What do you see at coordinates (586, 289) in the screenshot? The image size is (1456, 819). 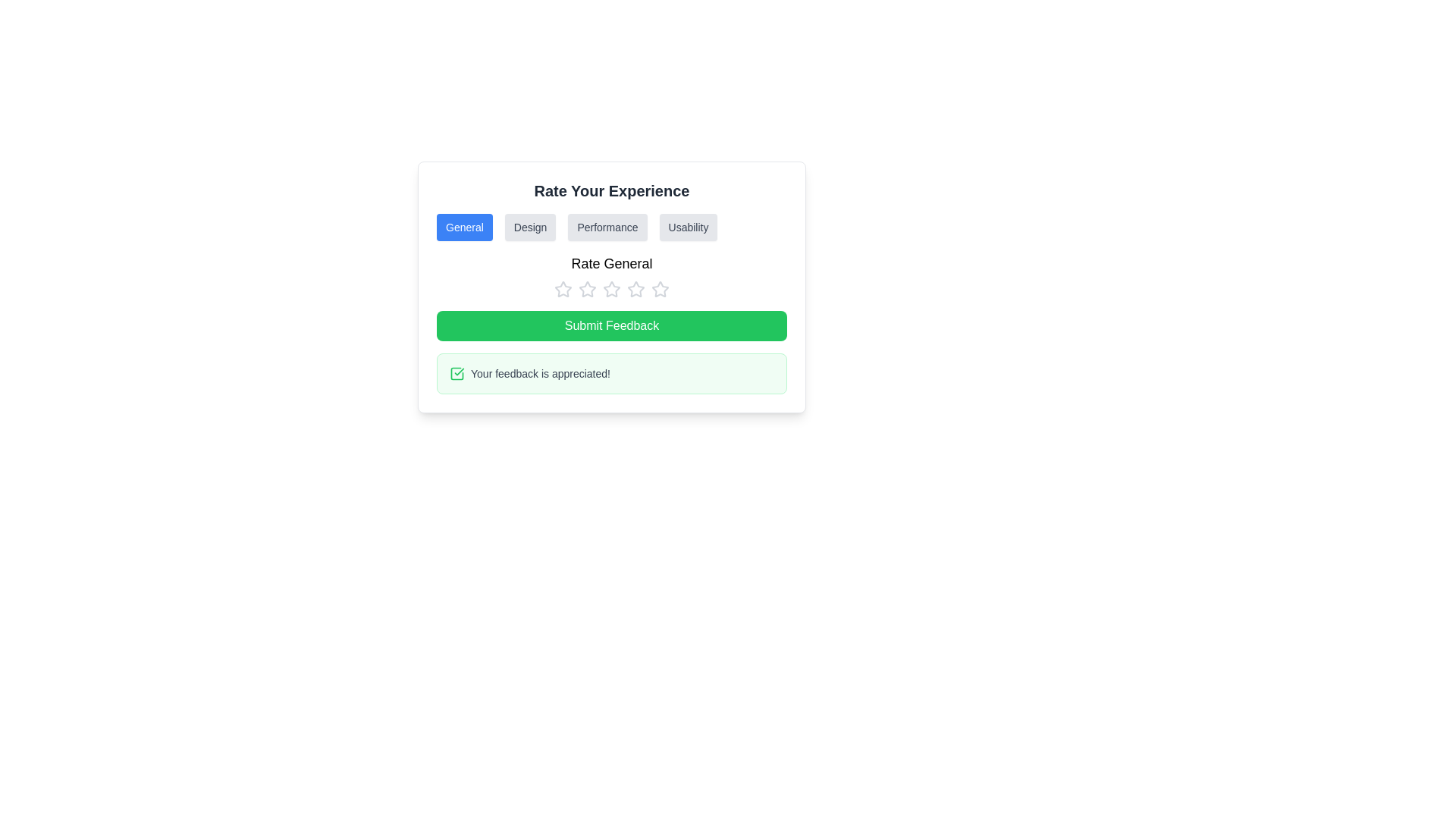 I see `the third star icon in the rating row` at bounding box center [586, 289].